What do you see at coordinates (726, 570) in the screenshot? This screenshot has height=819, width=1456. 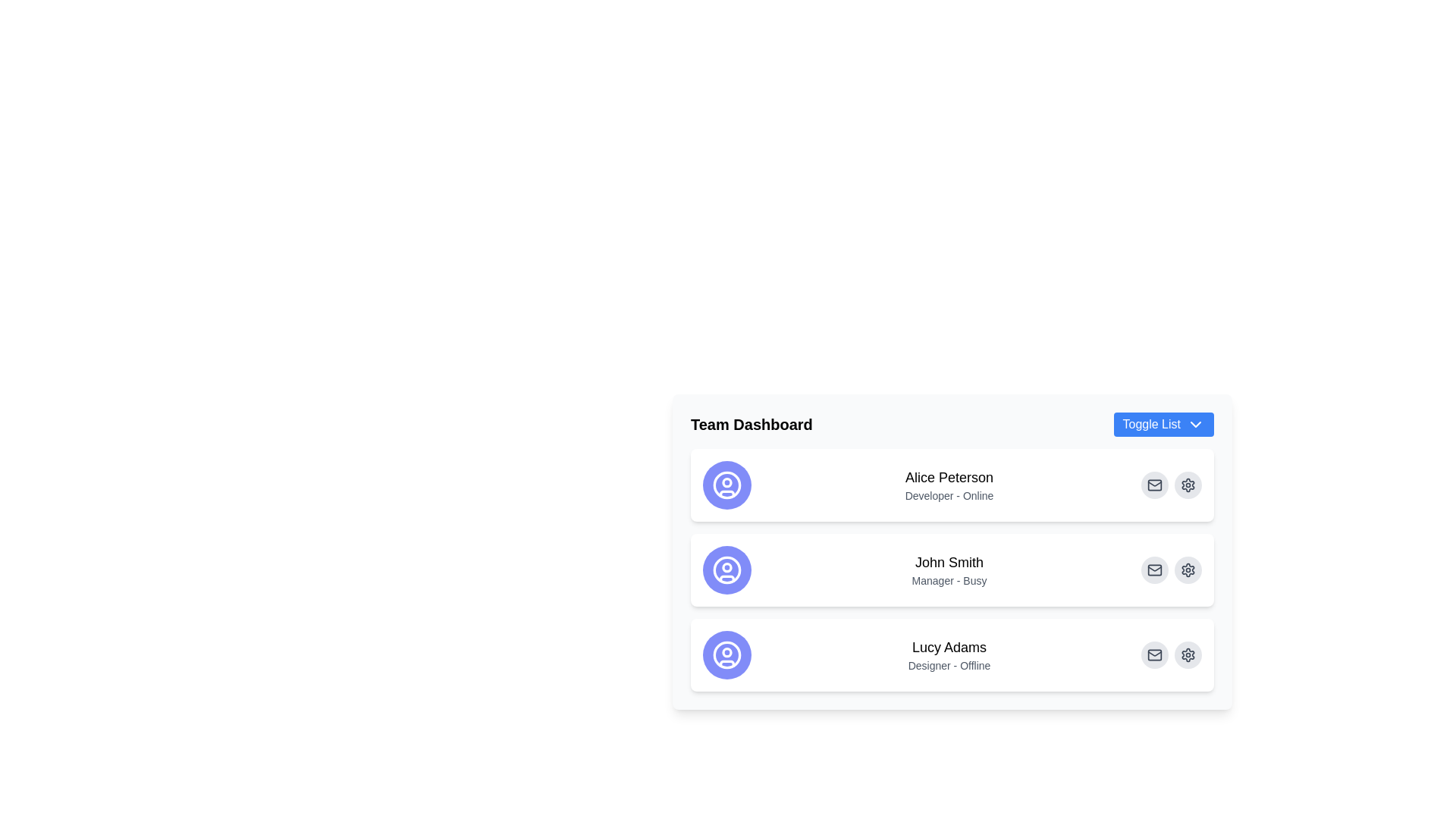 I see `the circular Profile Icon with a user silhouette on a light purple background, located in the team members column under 'Team Dashboard'` at bounding box center [726, 570].